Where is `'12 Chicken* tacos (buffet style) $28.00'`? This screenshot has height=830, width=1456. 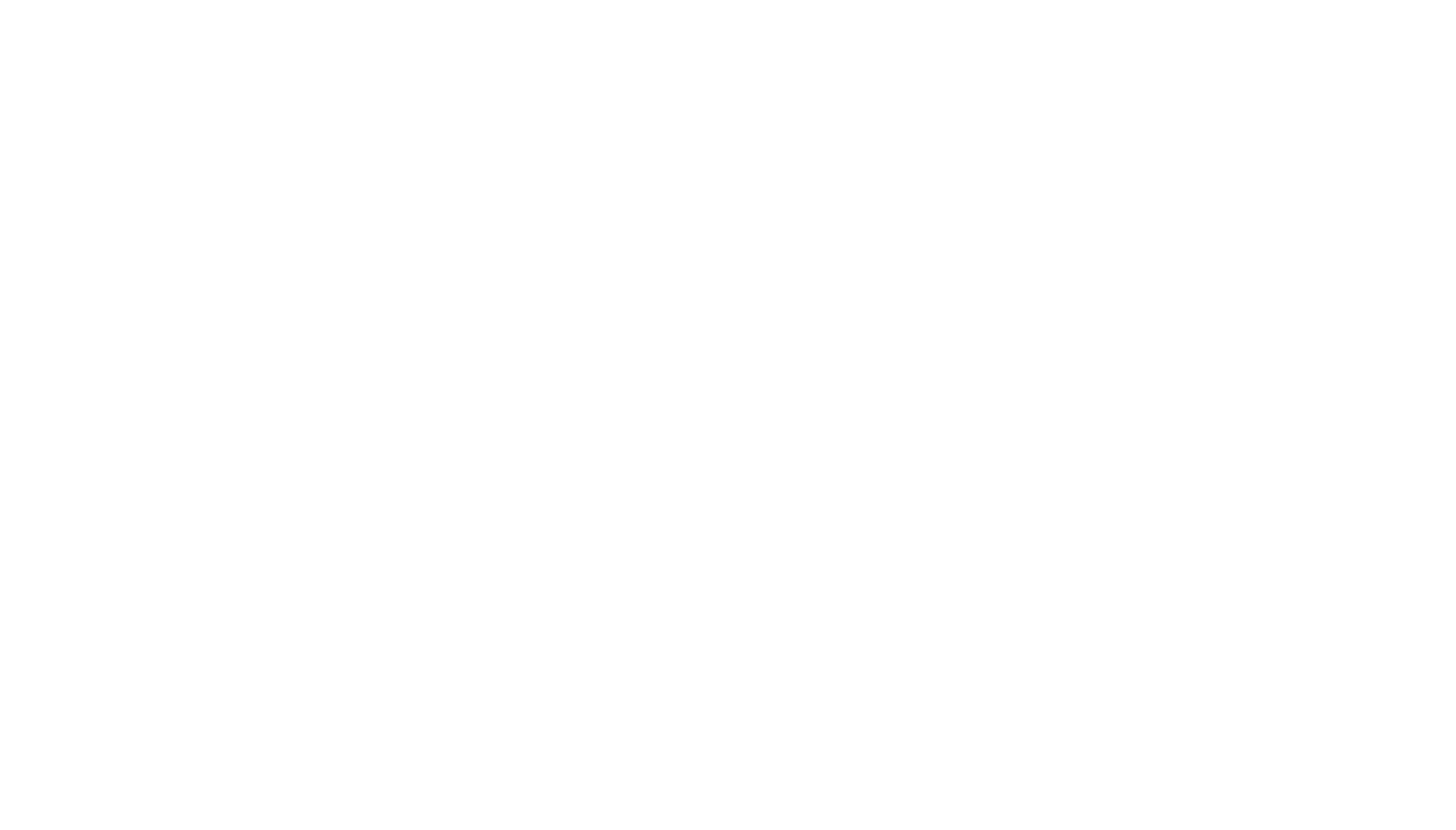 '12 Chicken* tacos (buffet style) $28.00' is located at coordinates (497, 147).